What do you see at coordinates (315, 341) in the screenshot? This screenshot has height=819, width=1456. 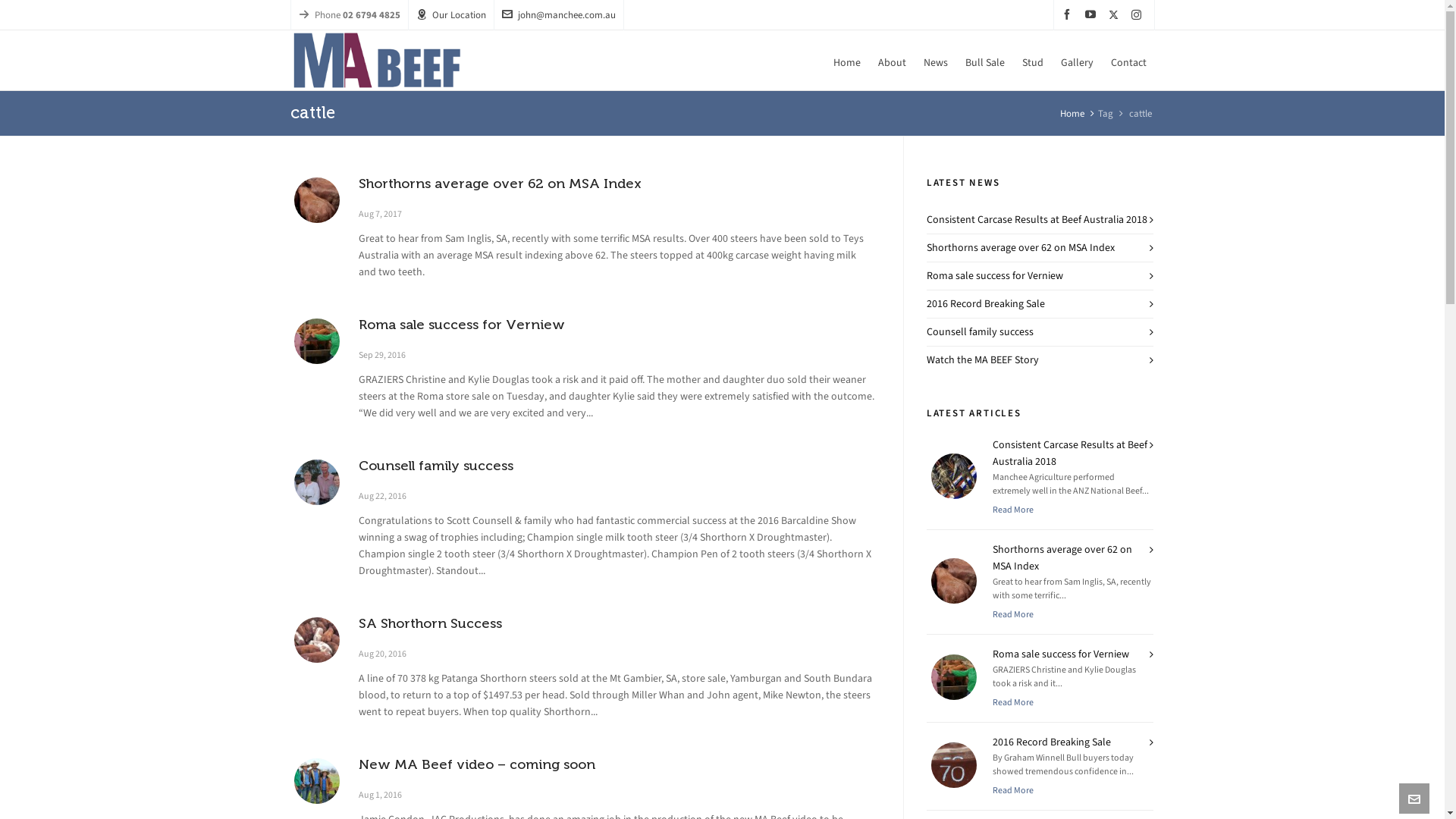 I see `'Roma sale success for Verniew'` at bounding box center [315, 341].